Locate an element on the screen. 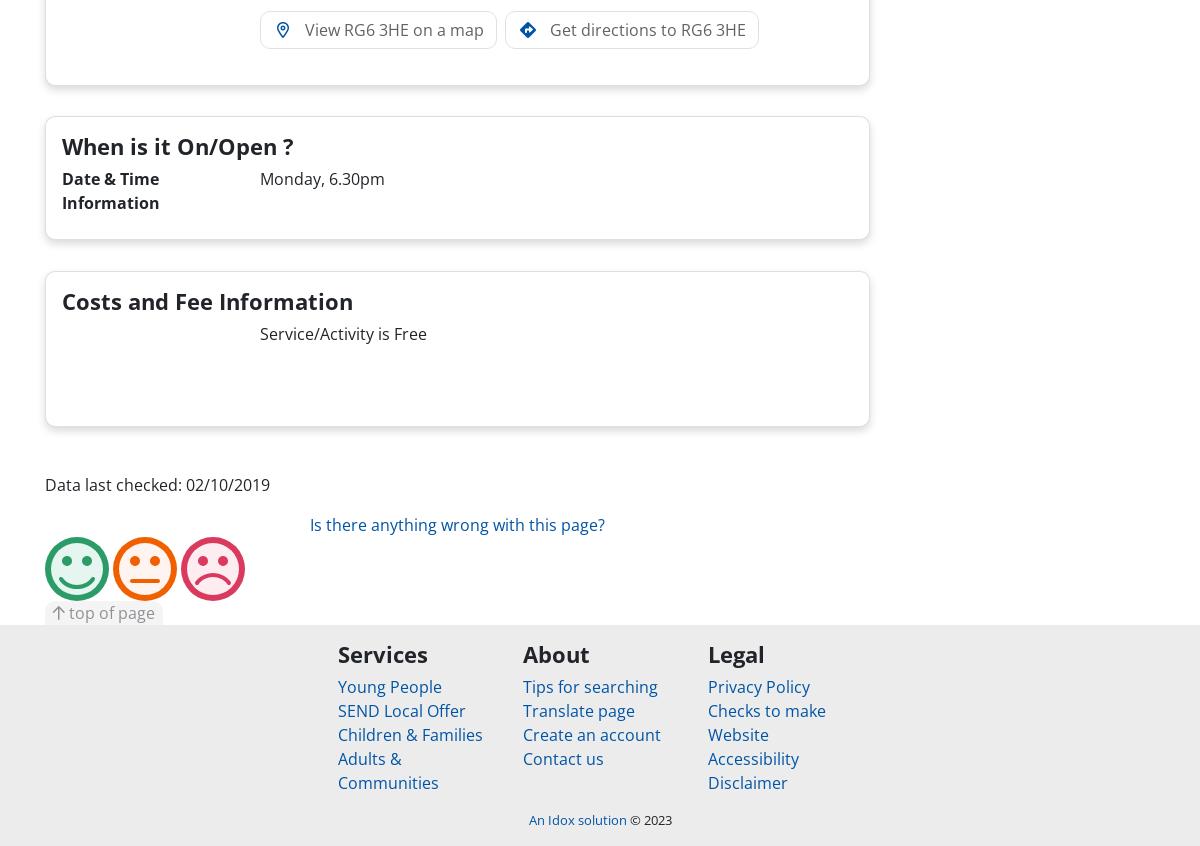 The height and width of the screenshot is (846, 1200). 'About' is located at coordinates (554, 653).